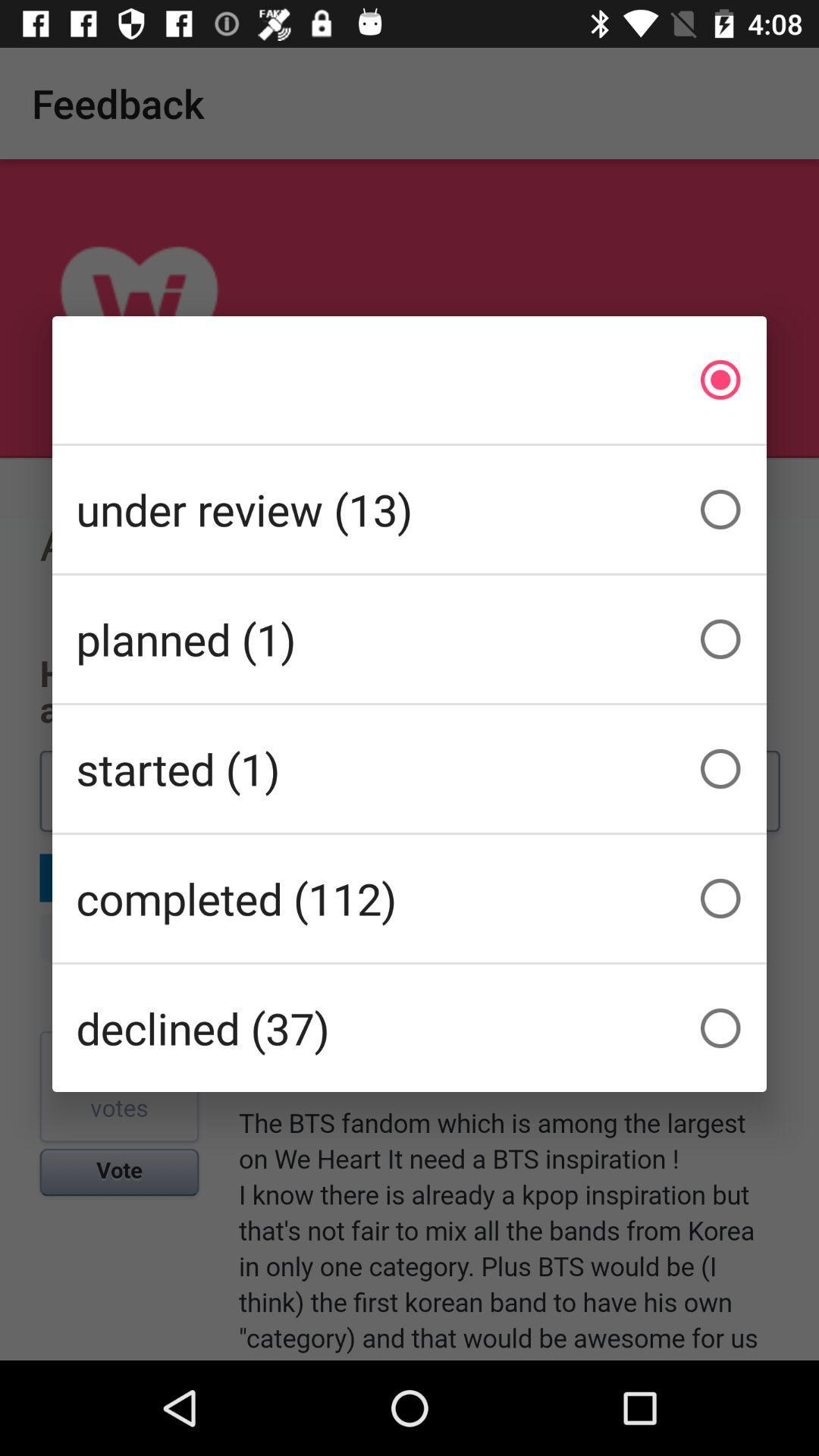 The width and height of the screenshot is (819, 1456). I want to click on the started (1) icon, so click(409, 768).